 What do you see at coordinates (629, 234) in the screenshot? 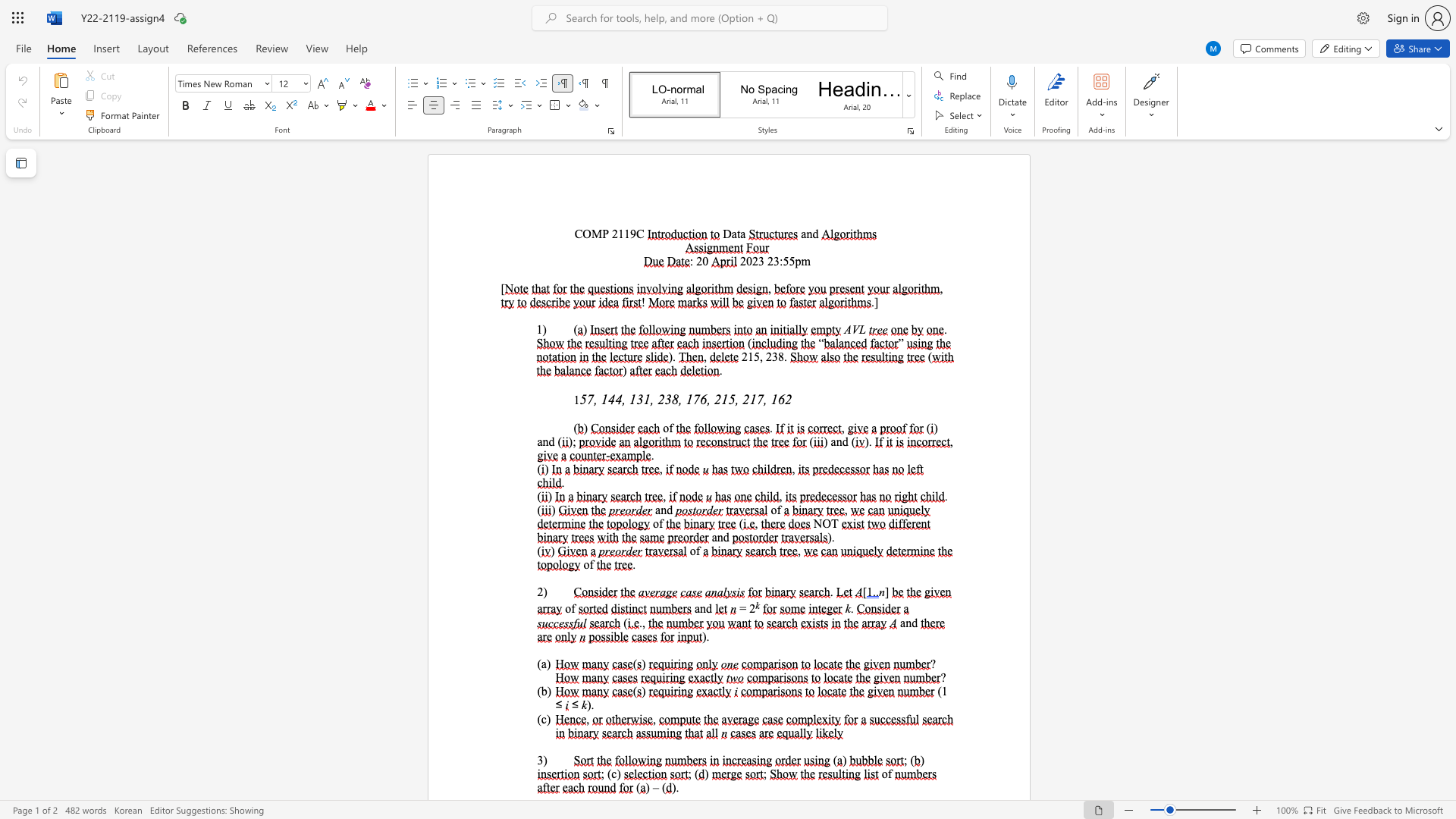
I see `the subset text "9C" within the text "COMP 2119C"` at bounding box center [629, 234].